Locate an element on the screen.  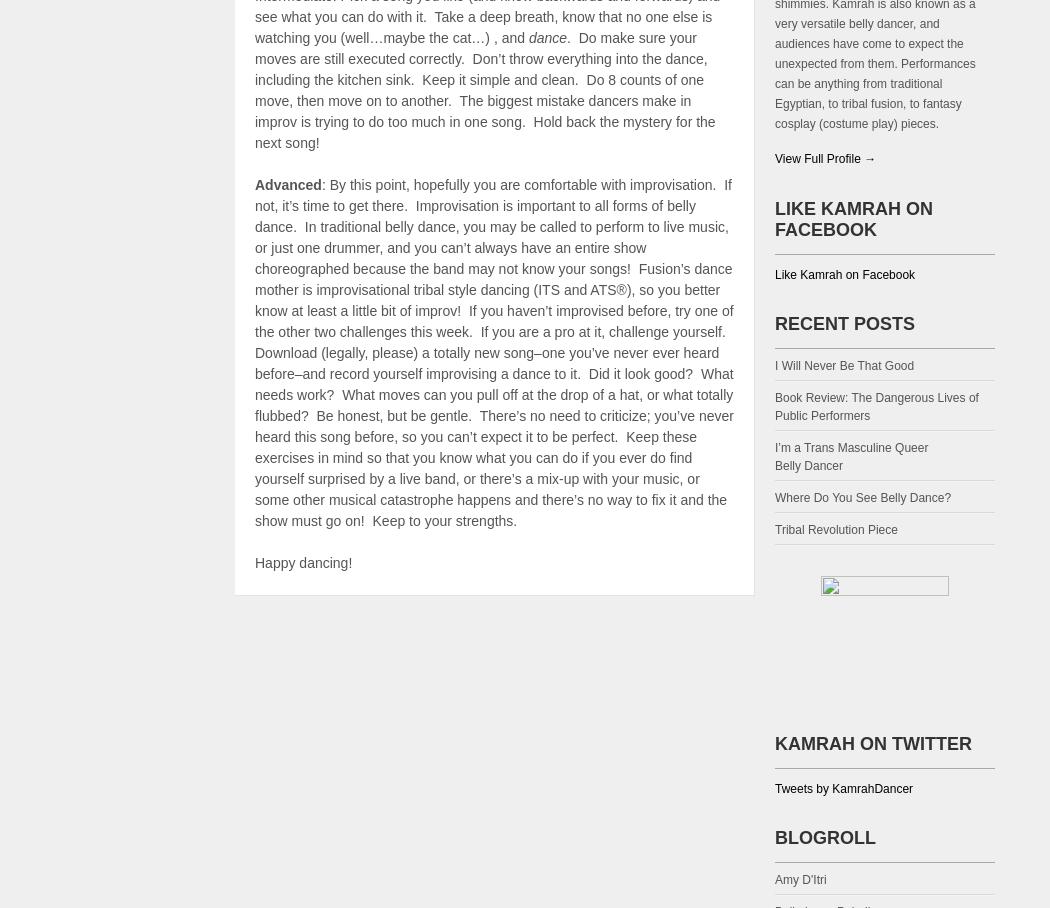
'Recent Posts' is located at coordinates (775, 321).